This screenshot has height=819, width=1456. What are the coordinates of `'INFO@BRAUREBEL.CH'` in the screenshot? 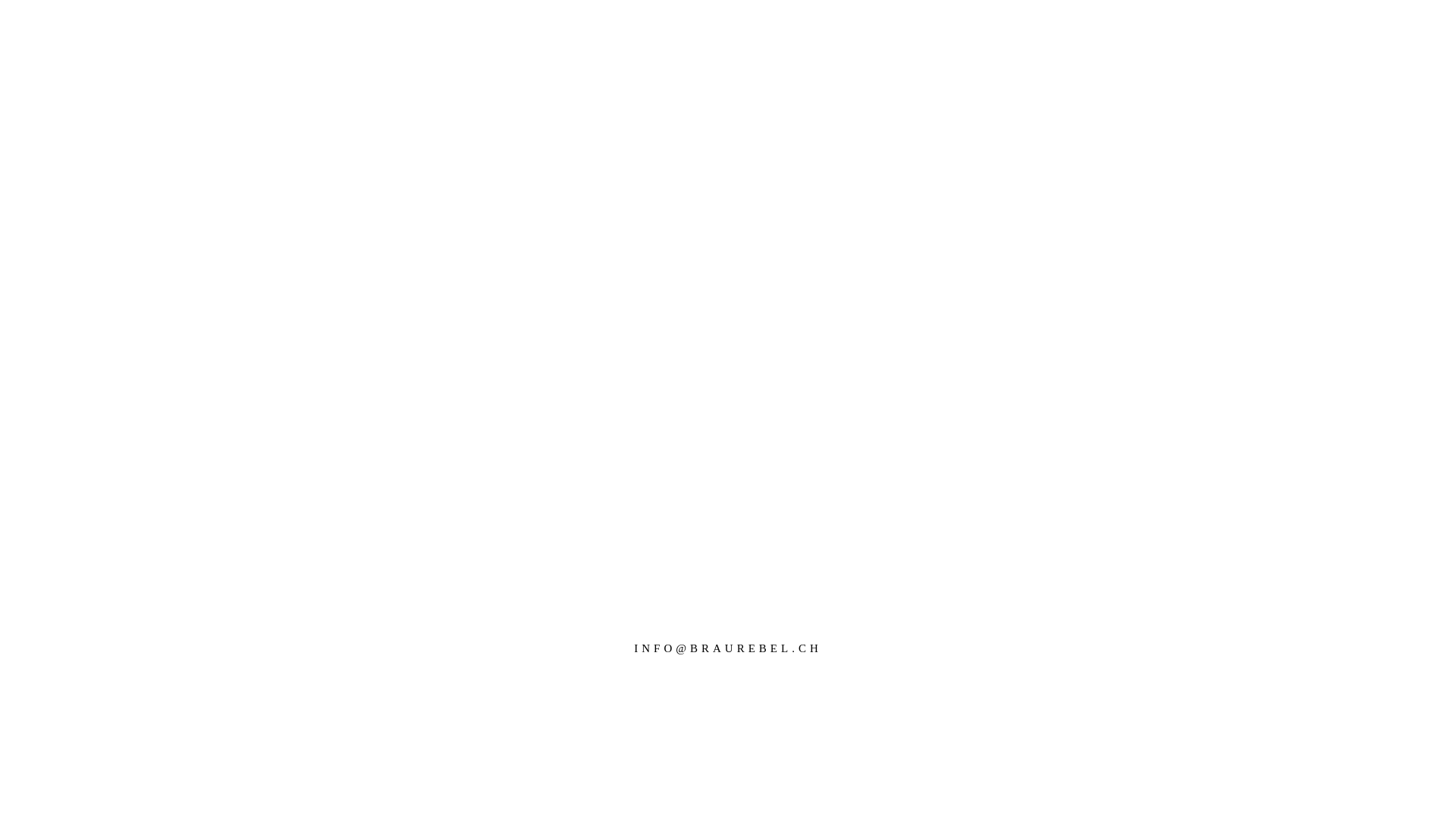 It's located at (728, 648).